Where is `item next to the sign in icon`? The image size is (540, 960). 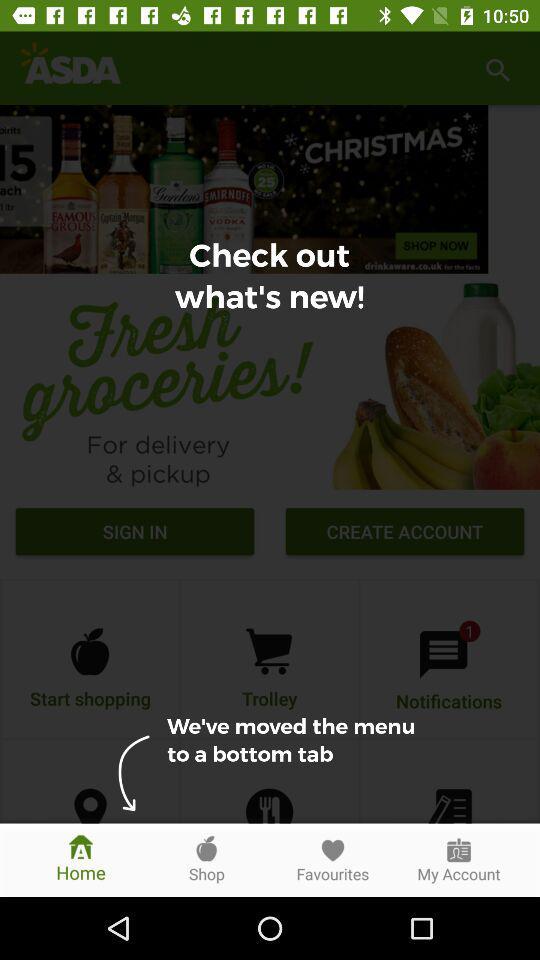
item next to the sign in icon is located at coordinates (405, 533).